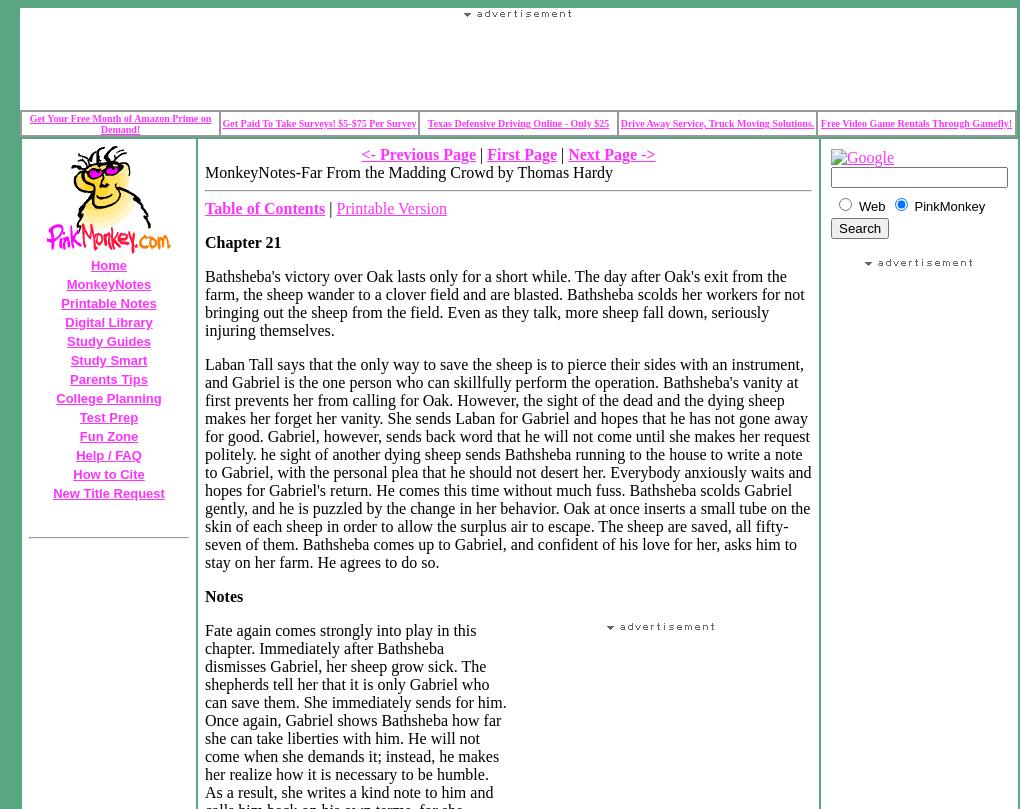 This screenshot has width=1020, height=809. I want to click on 'Study 
Smart', so click(107, 360).